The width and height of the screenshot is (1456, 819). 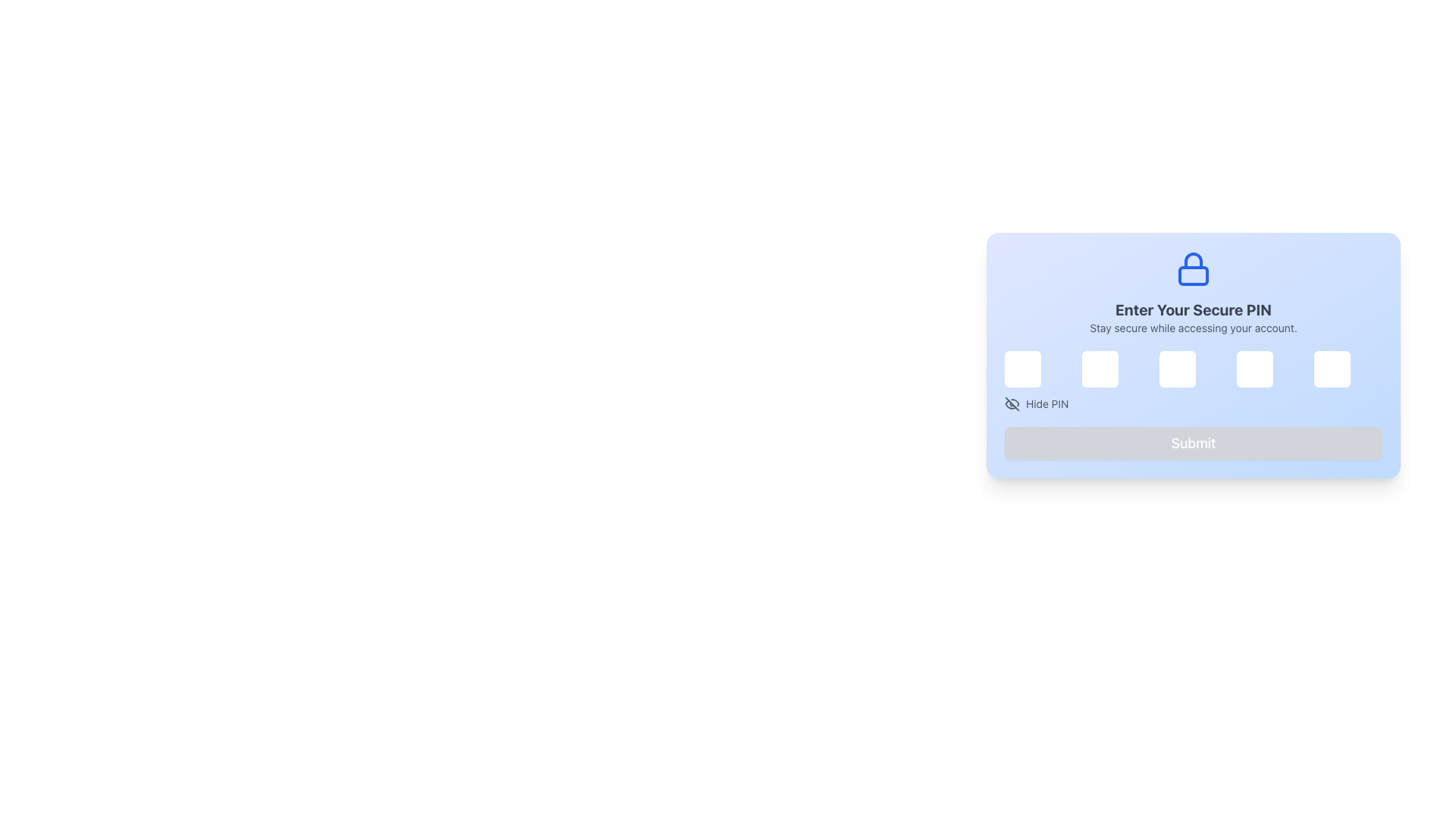 What do you see at coordinates (1193, 268) in the screenshot?
I see `the security icon located above the 'Enter Your Secure PIN' text` at bounding box center [1193, 268].